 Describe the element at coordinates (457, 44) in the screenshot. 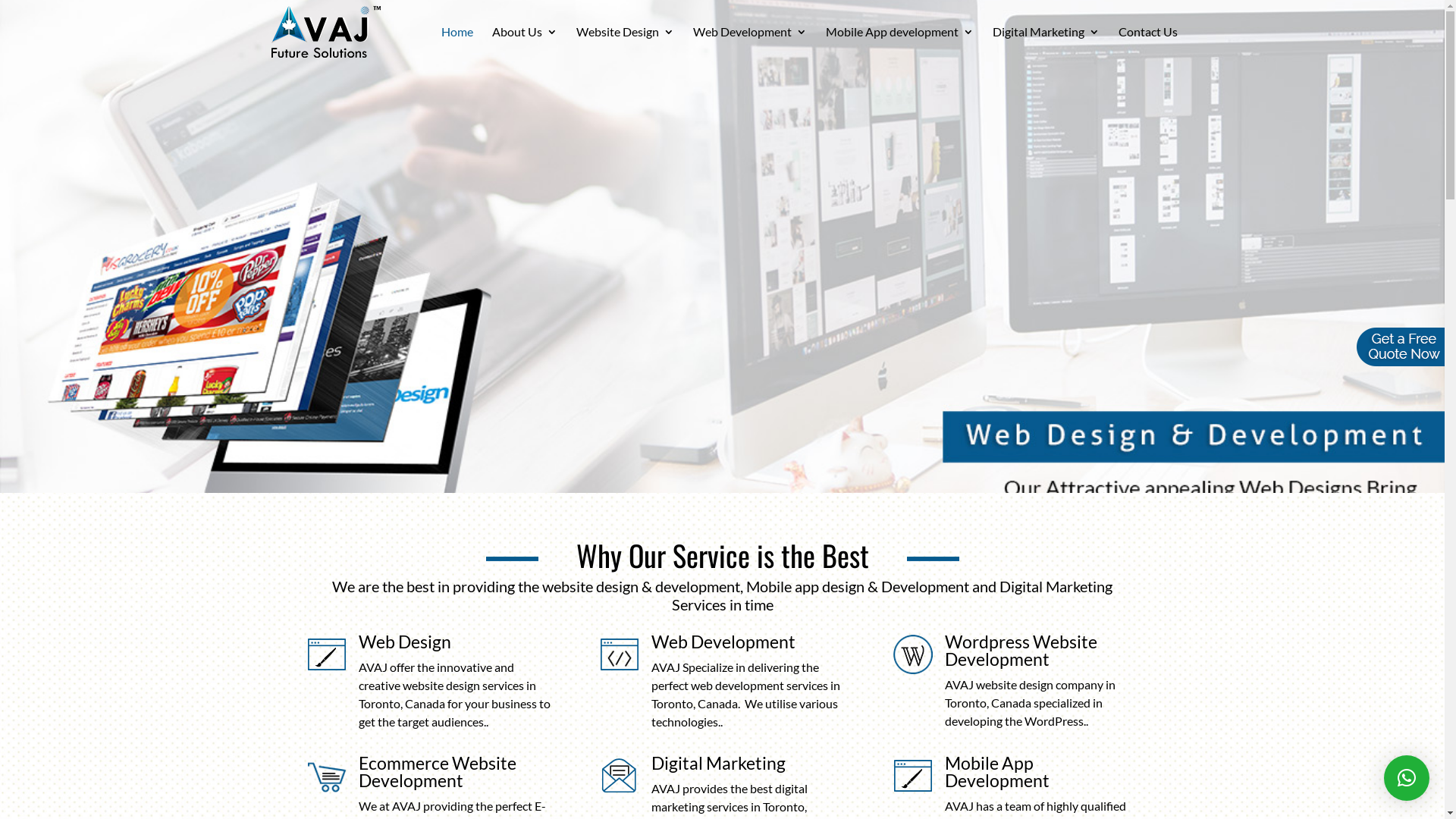

I see `'Home'` at that location.